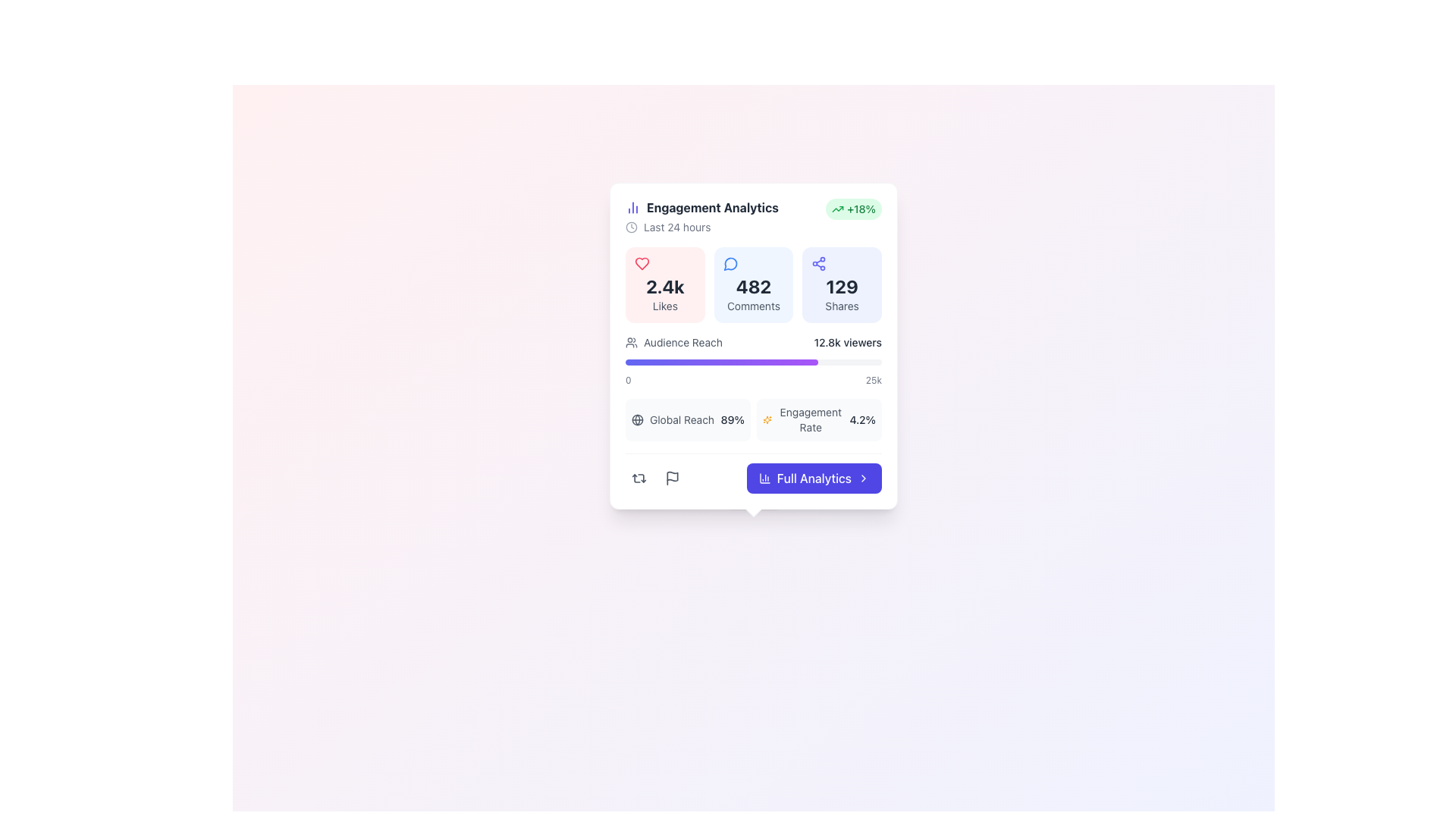 The width and height of the screenshot is (1456, 819). Describe the element at coordinates (637, 420) in the screenshot. I see `the curved line forming part of the globe-like icon within the analytics card, specifically the one closer to the central vertical line` at that location.